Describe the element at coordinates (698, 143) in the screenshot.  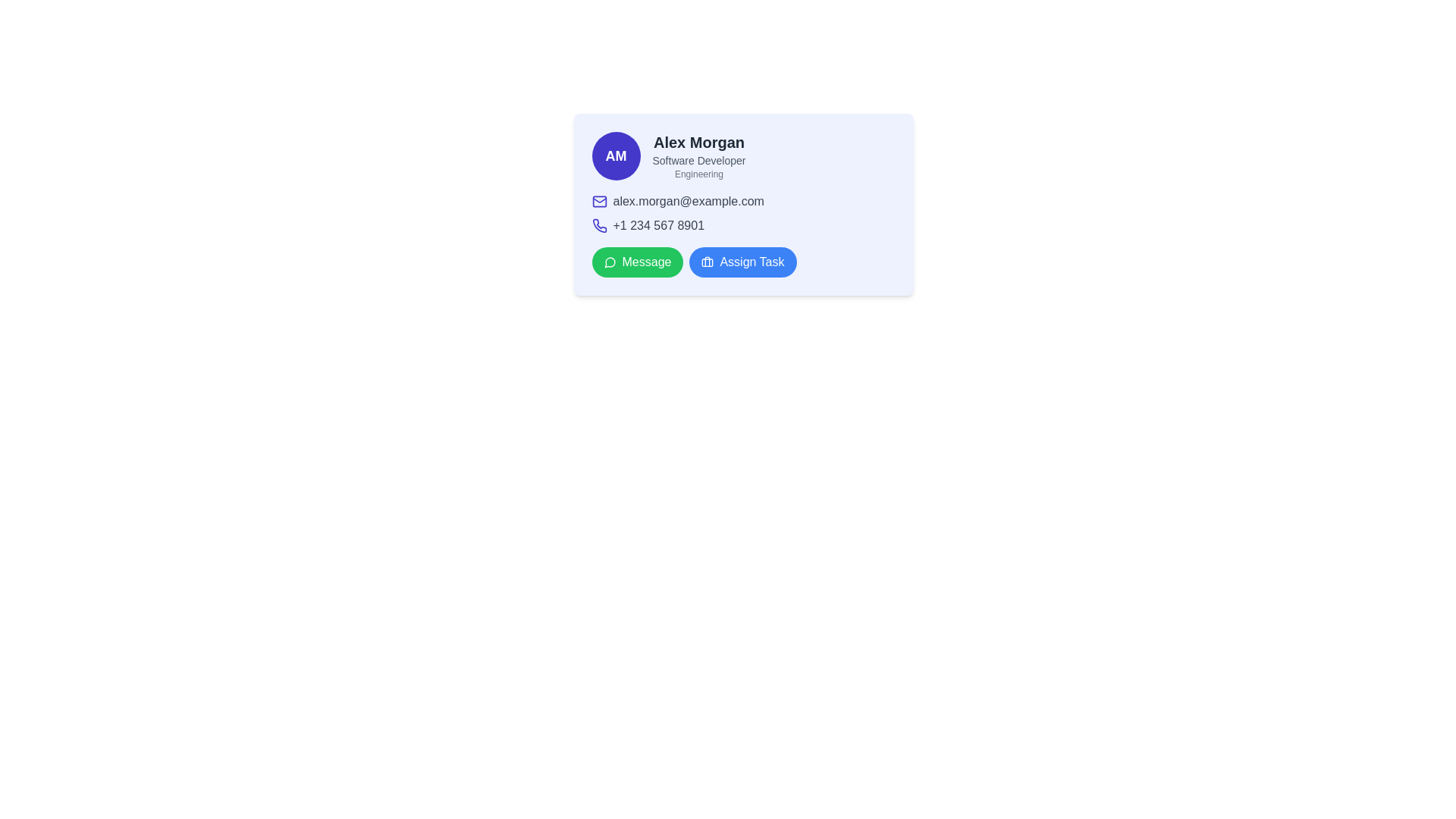
I see `Text Label displaying the name 'Alex Morgan', which is positioned in the upper-right section of the card layout, adjacent to an icon` at that location.